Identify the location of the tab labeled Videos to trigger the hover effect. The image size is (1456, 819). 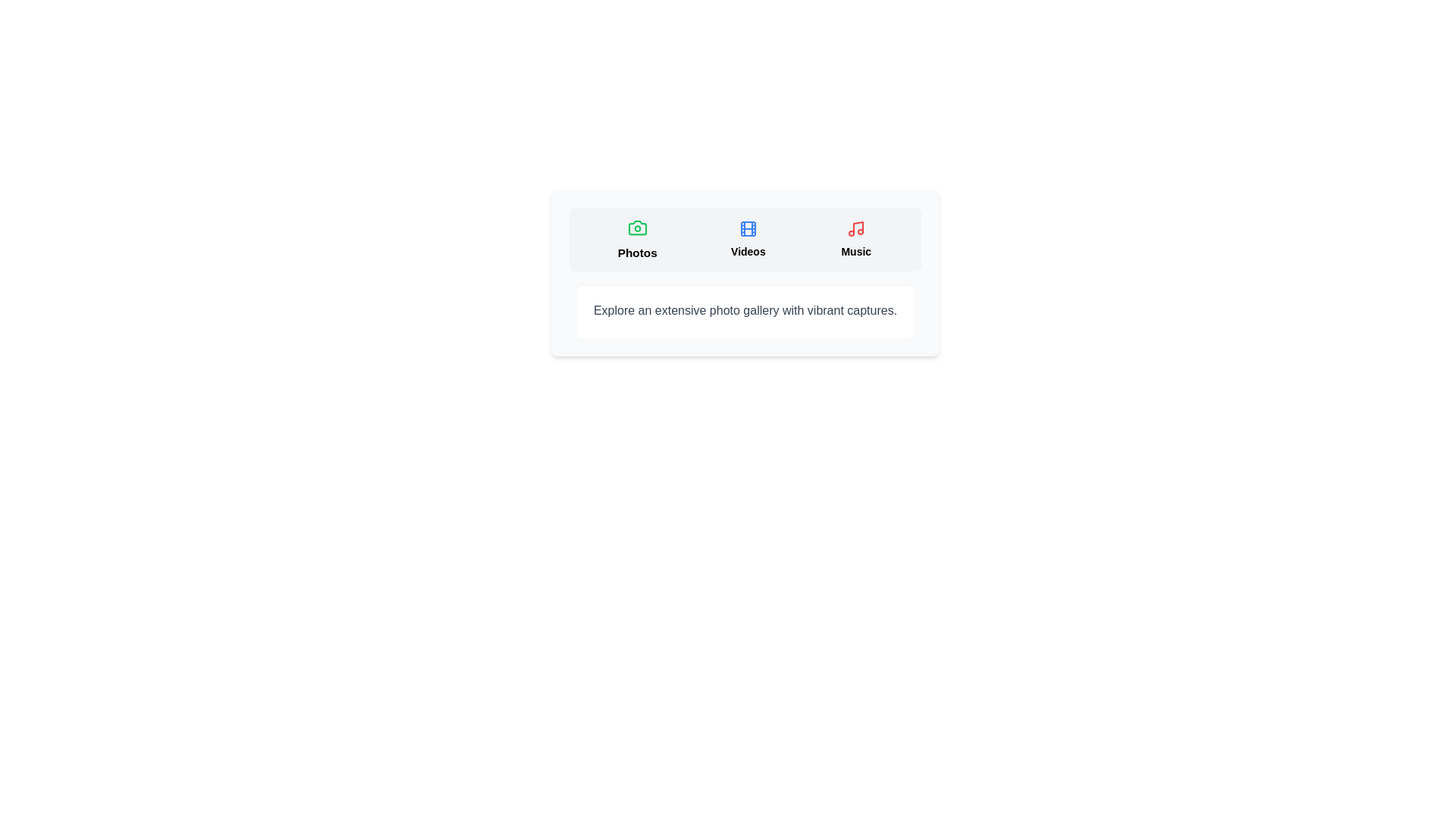
(748, 239).